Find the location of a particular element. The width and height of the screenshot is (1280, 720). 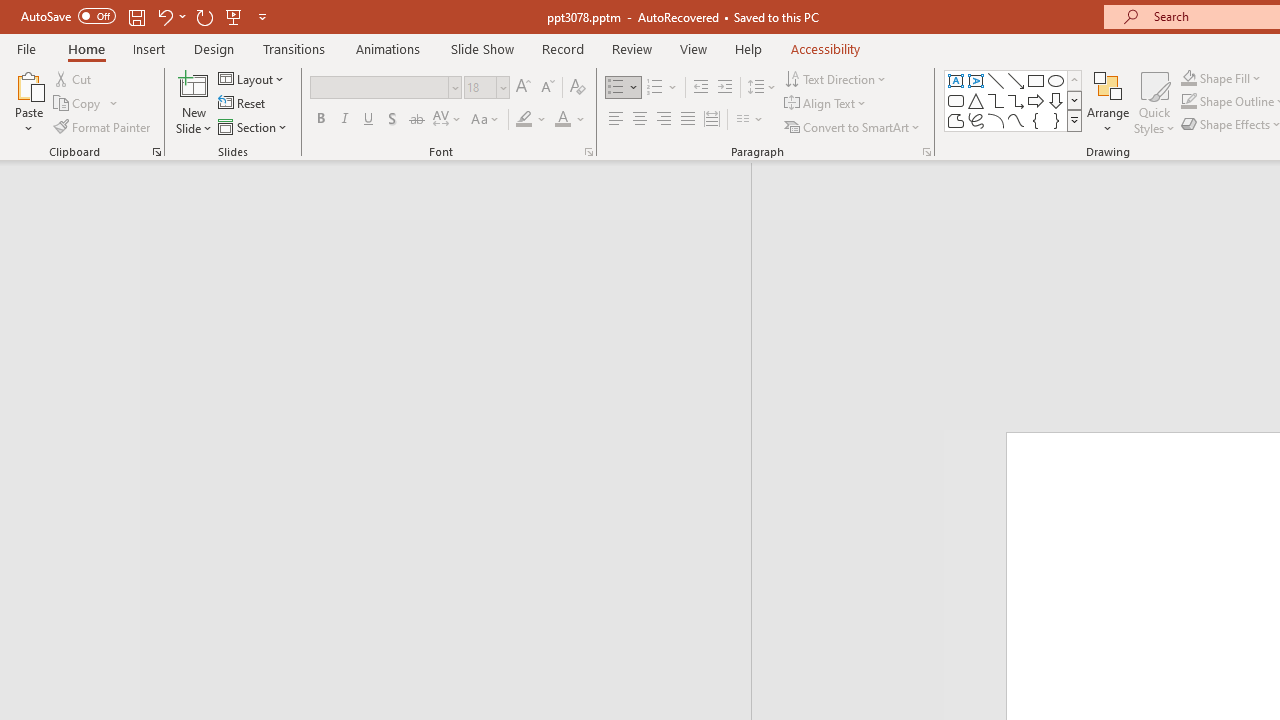

'Arrow: Right' is located at coordinates (1036, 100).